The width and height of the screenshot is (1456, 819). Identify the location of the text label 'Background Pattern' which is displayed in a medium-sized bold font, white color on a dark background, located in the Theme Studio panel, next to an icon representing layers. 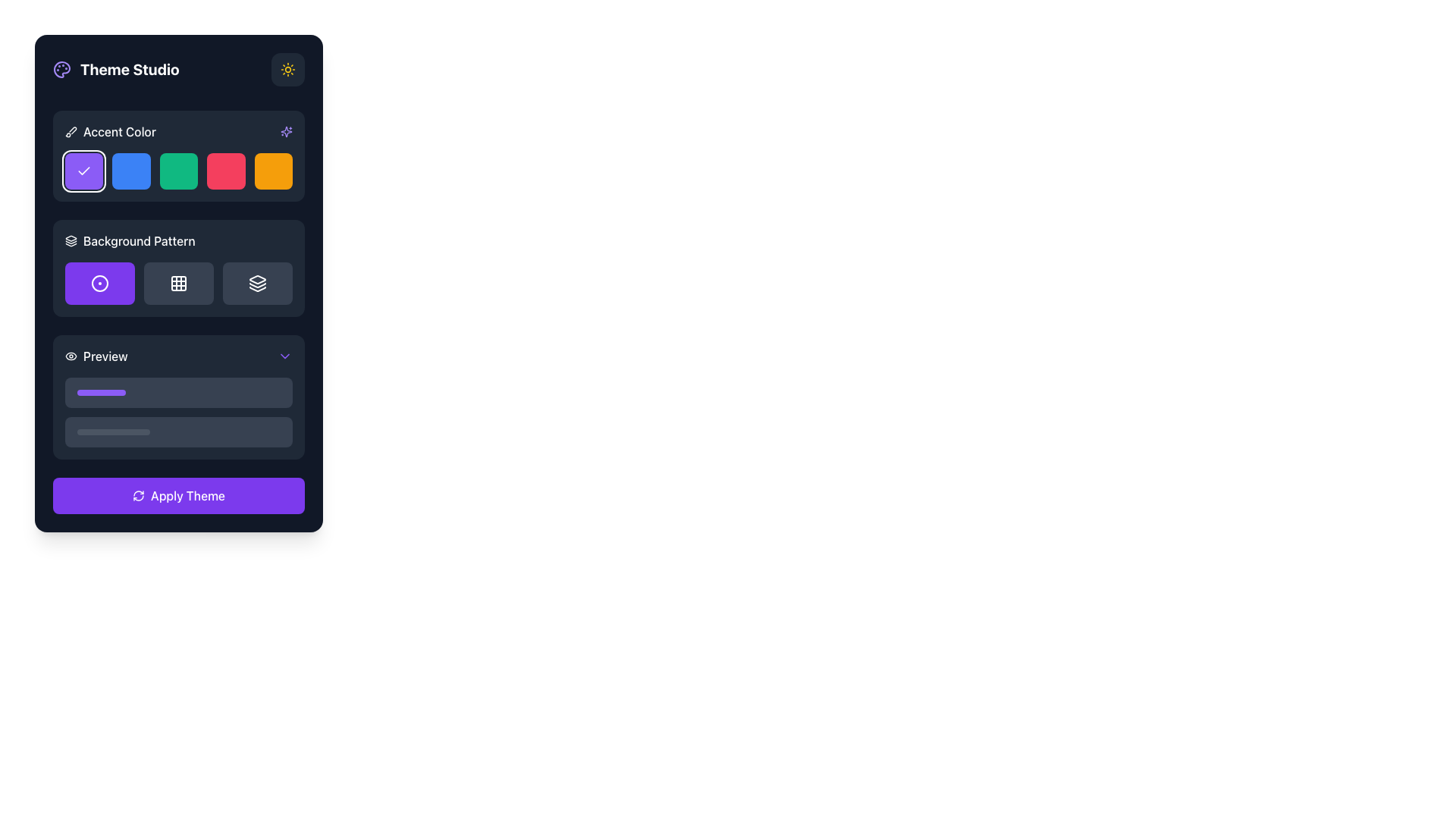
(139, 240).